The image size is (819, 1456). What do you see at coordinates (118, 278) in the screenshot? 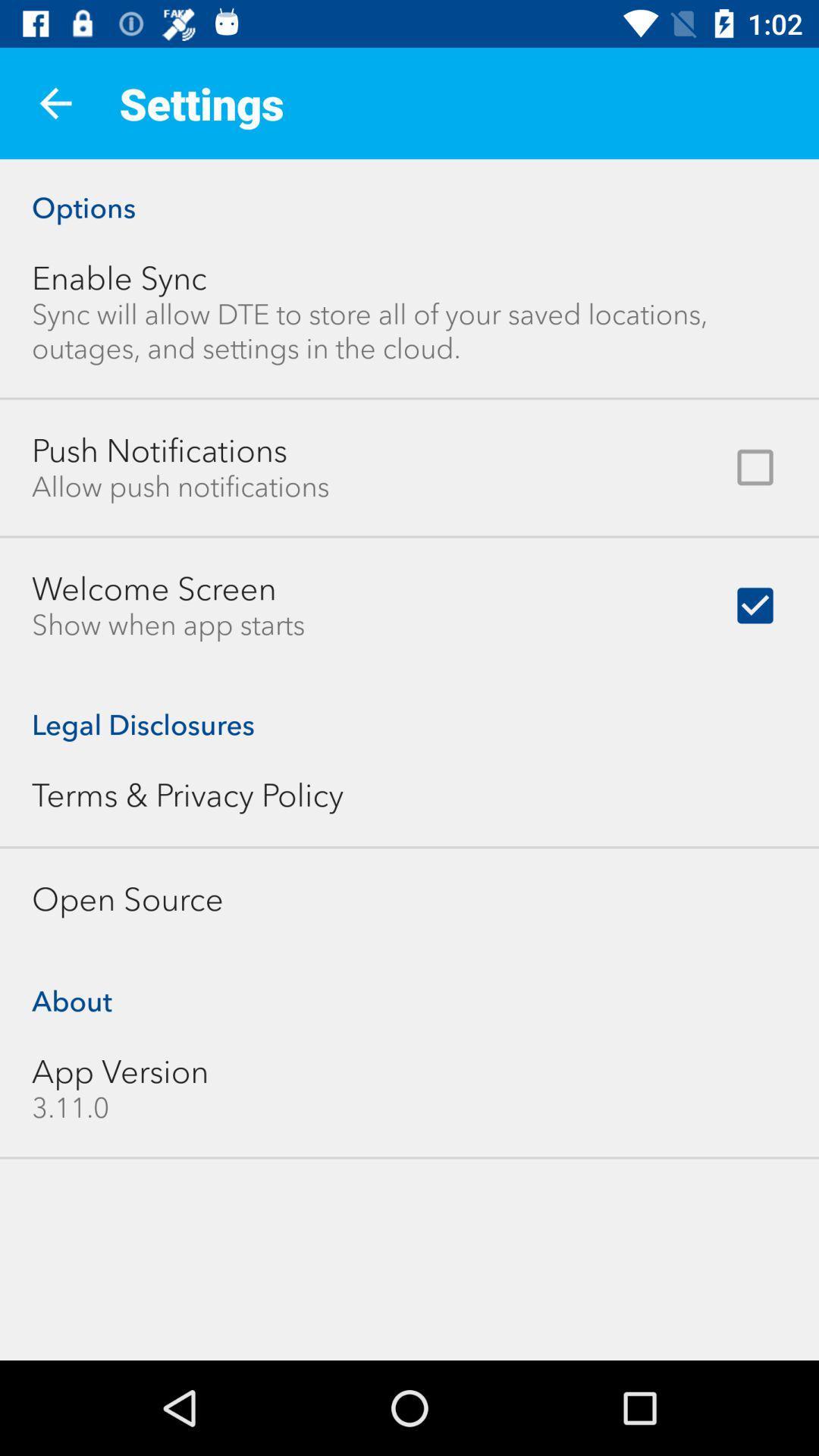
I see `item below options` at bounding box center [118, 278].